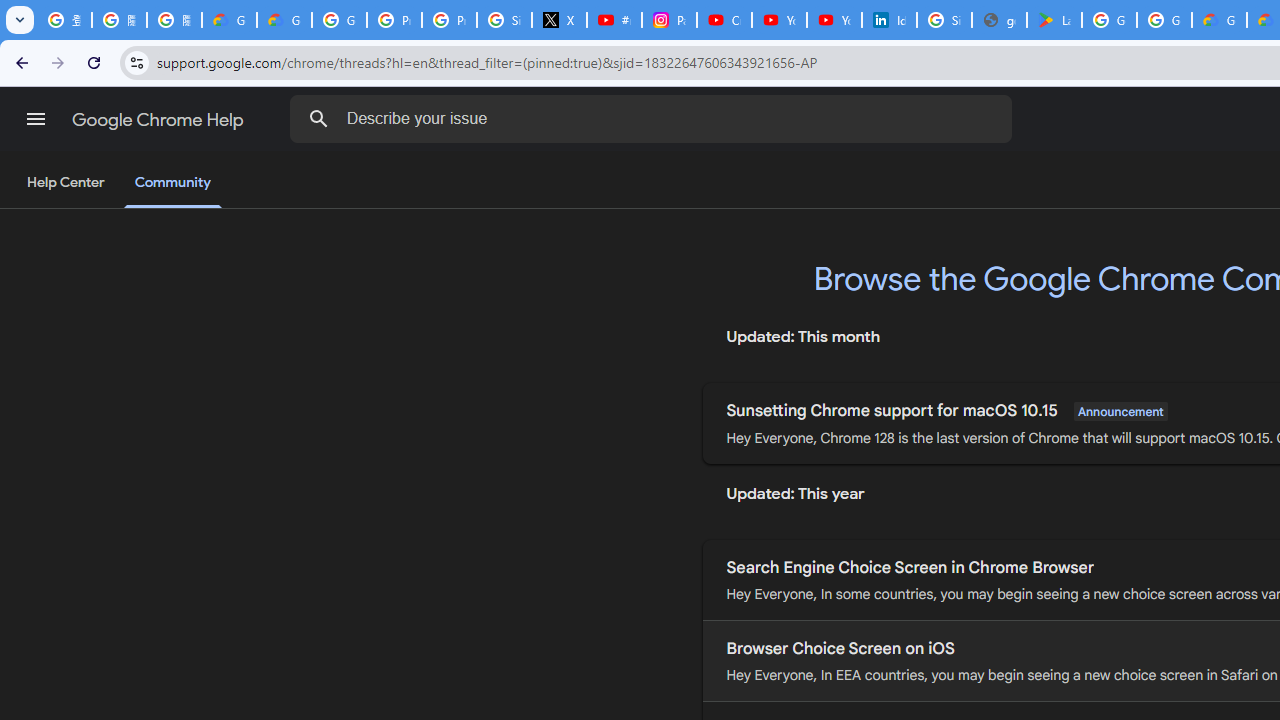 Image resolution: width=1280 pixels, height=720 pixels. What do you see at coordinates (394, 20) in the screenshot?
I see `'Privacy Help Center - Policies Help'` at bounding box center [394, 20].